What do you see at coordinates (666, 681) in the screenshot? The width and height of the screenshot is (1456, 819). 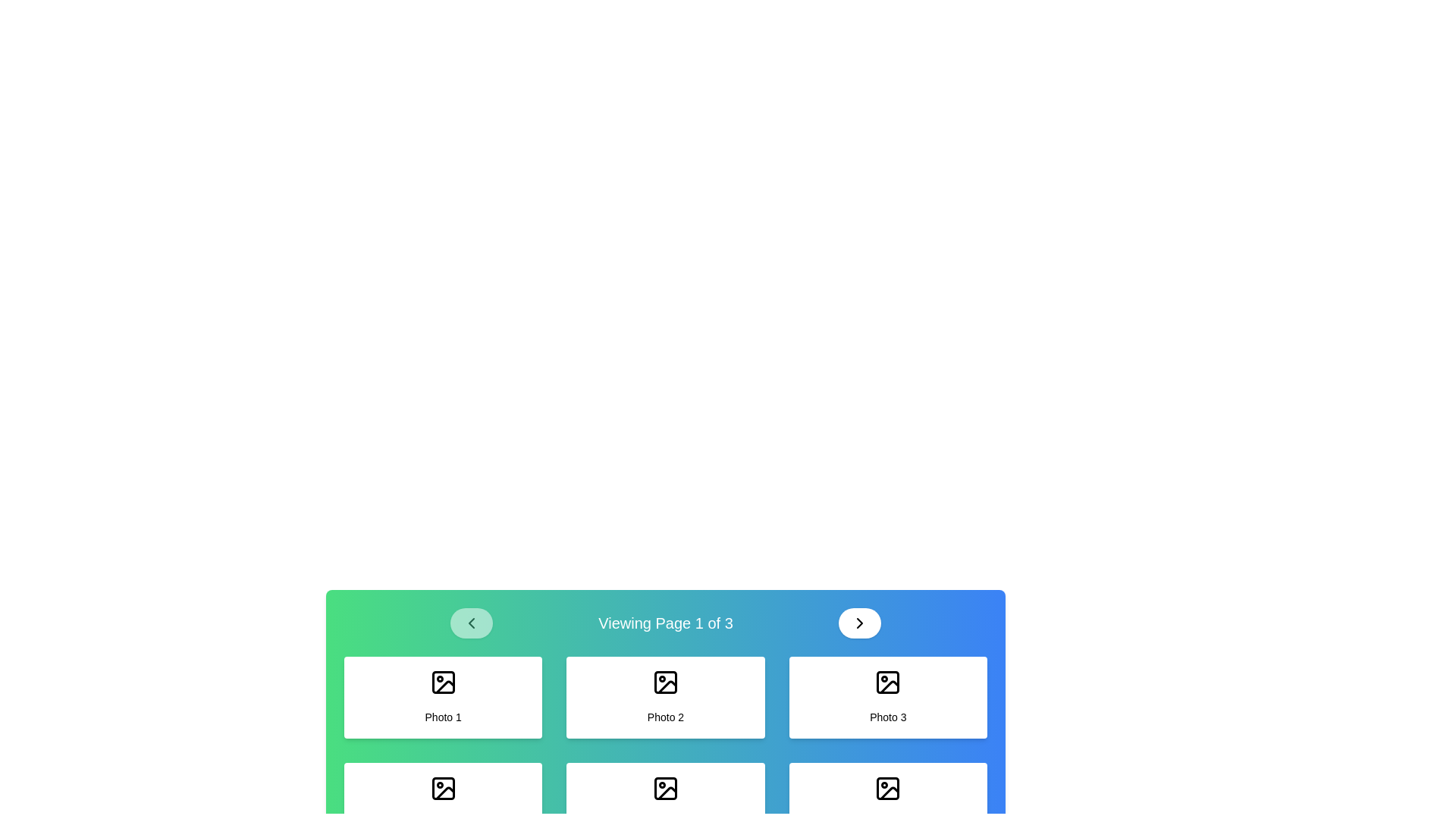 I see `the image upload icon located in the center card labeled 'Photo 2' within the top row of three cards` at bounding box center [666, 681].